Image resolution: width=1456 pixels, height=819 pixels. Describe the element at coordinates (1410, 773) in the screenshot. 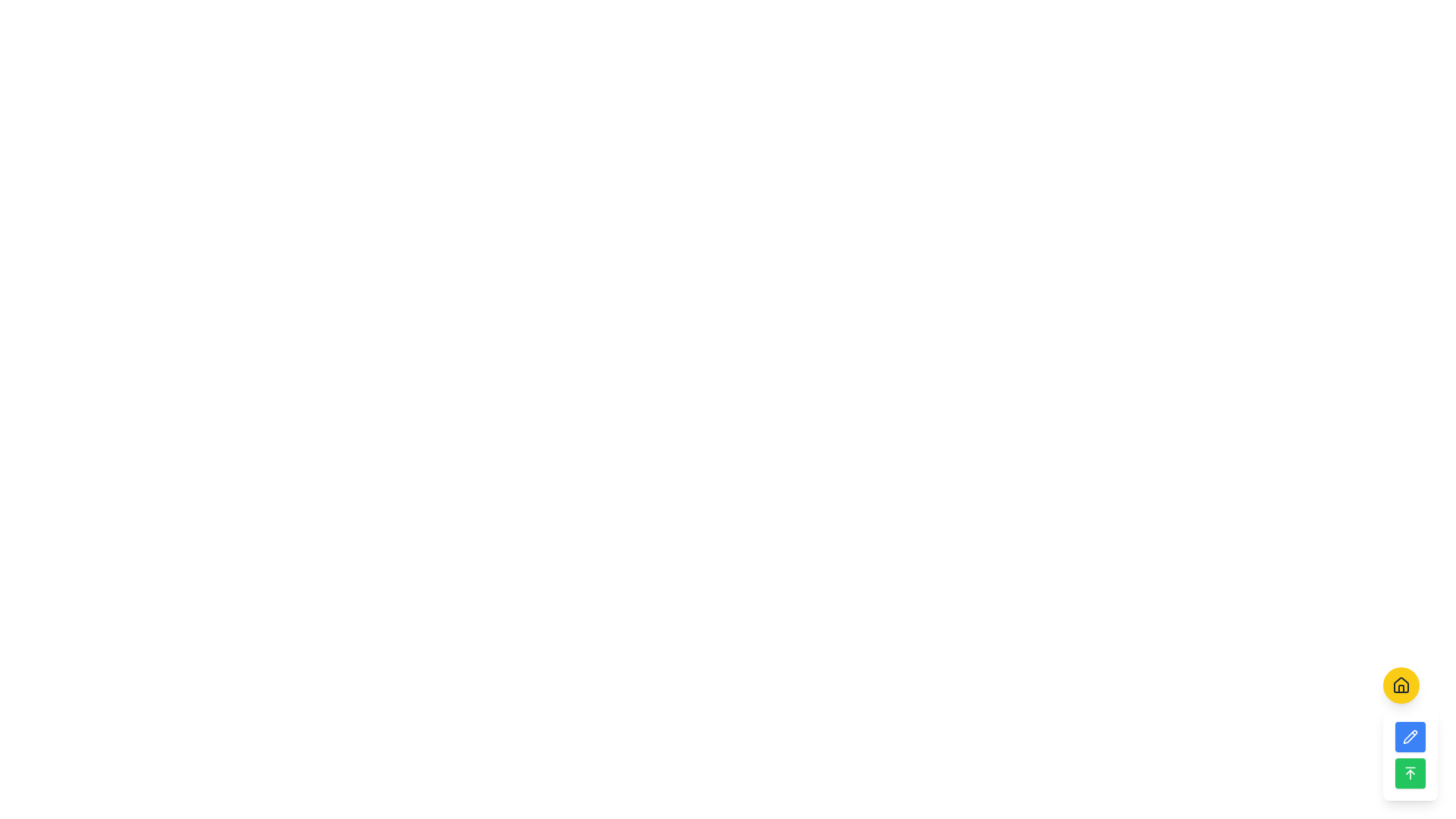

I see `the green circular button with a white upward arrow to initiate the upload action` at that location.